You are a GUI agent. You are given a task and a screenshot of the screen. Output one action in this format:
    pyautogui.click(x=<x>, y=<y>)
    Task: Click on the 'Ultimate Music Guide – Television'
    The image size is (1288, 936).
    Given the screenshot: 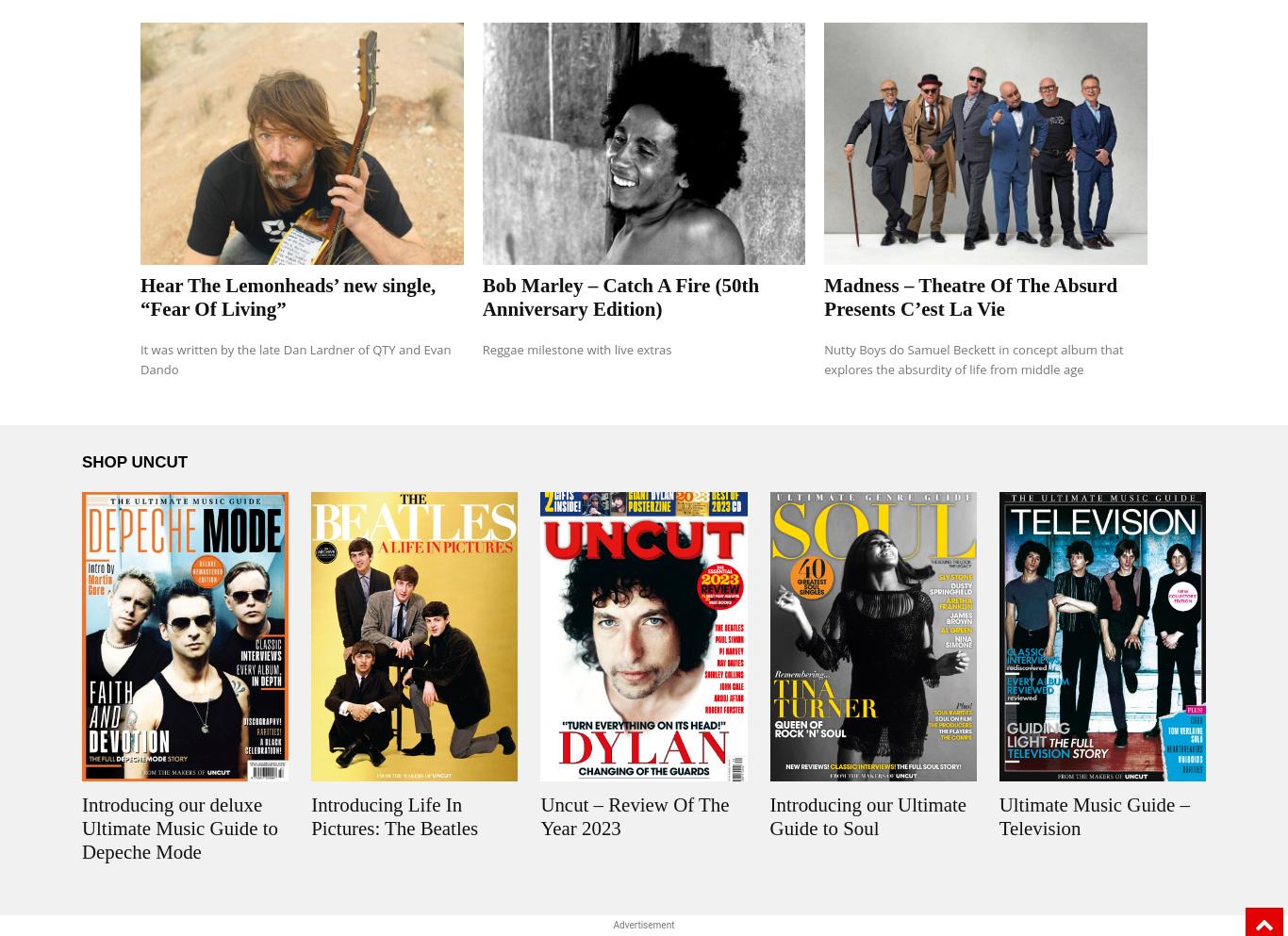 What is the action you would take?
    pyautogui.click(x=998, y=815)
    